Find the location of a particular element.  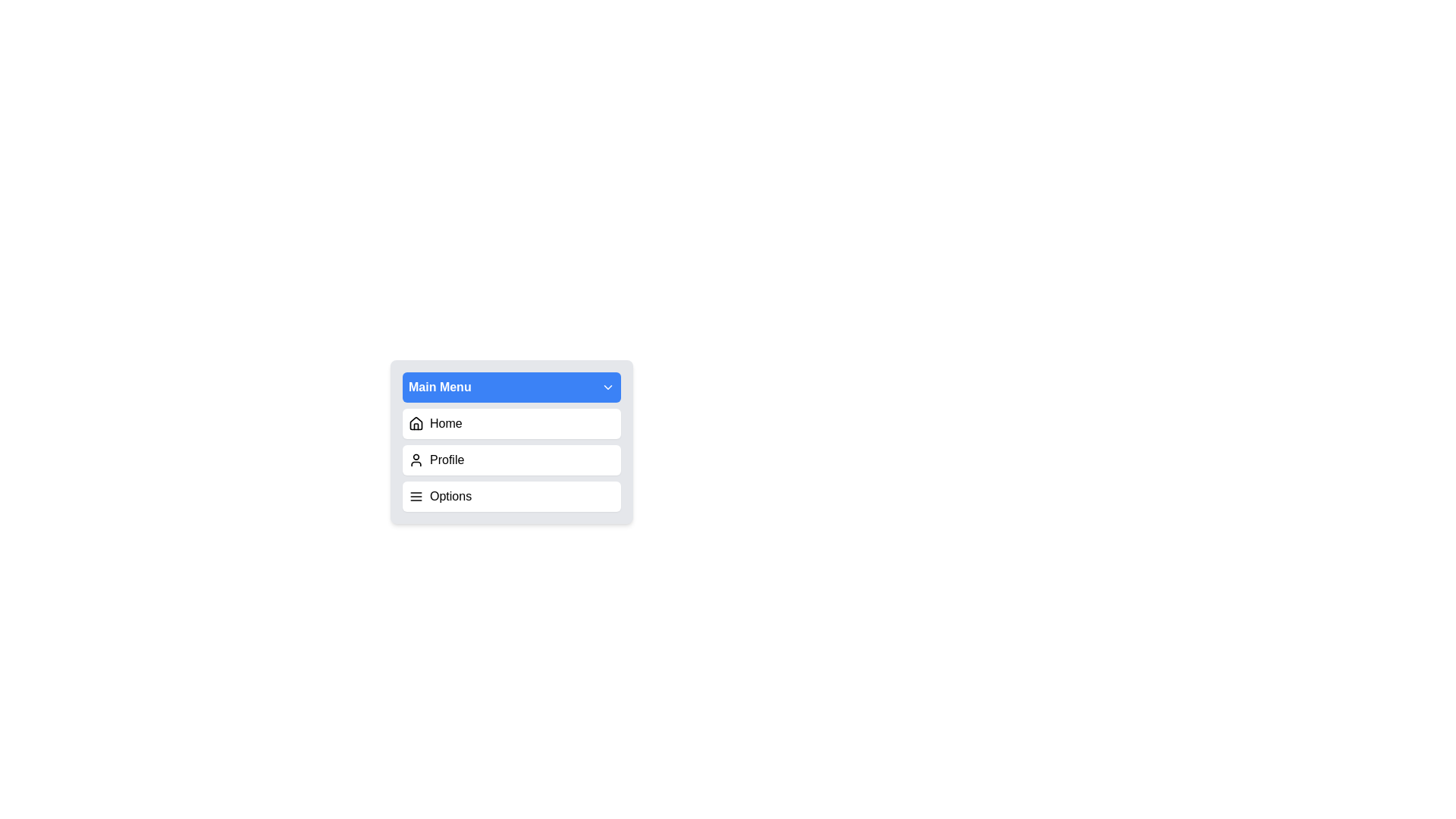

the house-shaped icon located to the left of the 'Home' text in the navigation menu is located at coordinates (416, 424).